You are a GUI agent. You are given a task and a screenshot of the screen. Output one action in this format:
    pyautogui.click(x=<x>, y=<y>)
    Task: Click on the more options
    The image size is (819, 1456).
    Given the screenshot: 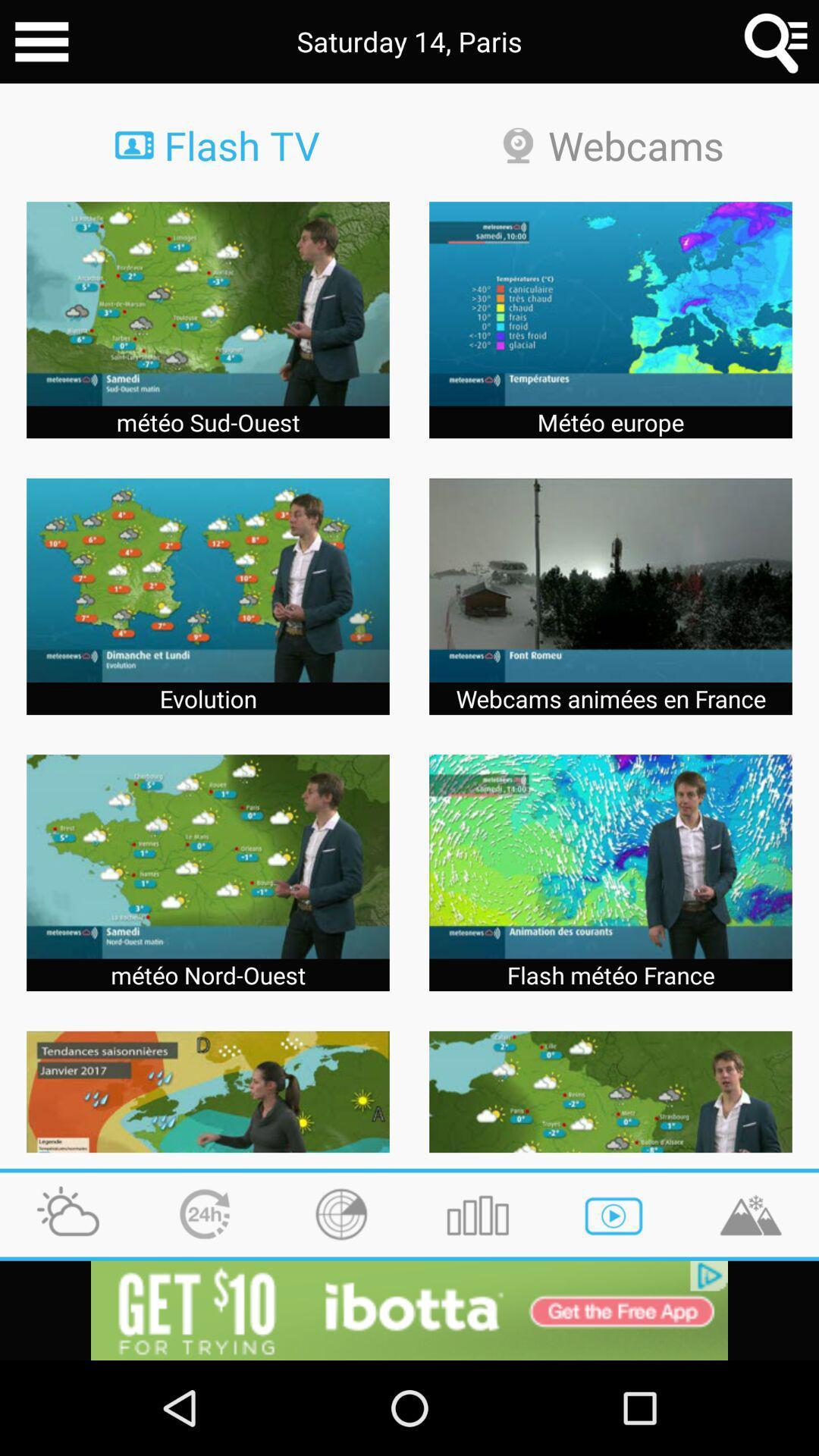 What is the action you would take?
    pyautogui.click(x=41, y=42)
    